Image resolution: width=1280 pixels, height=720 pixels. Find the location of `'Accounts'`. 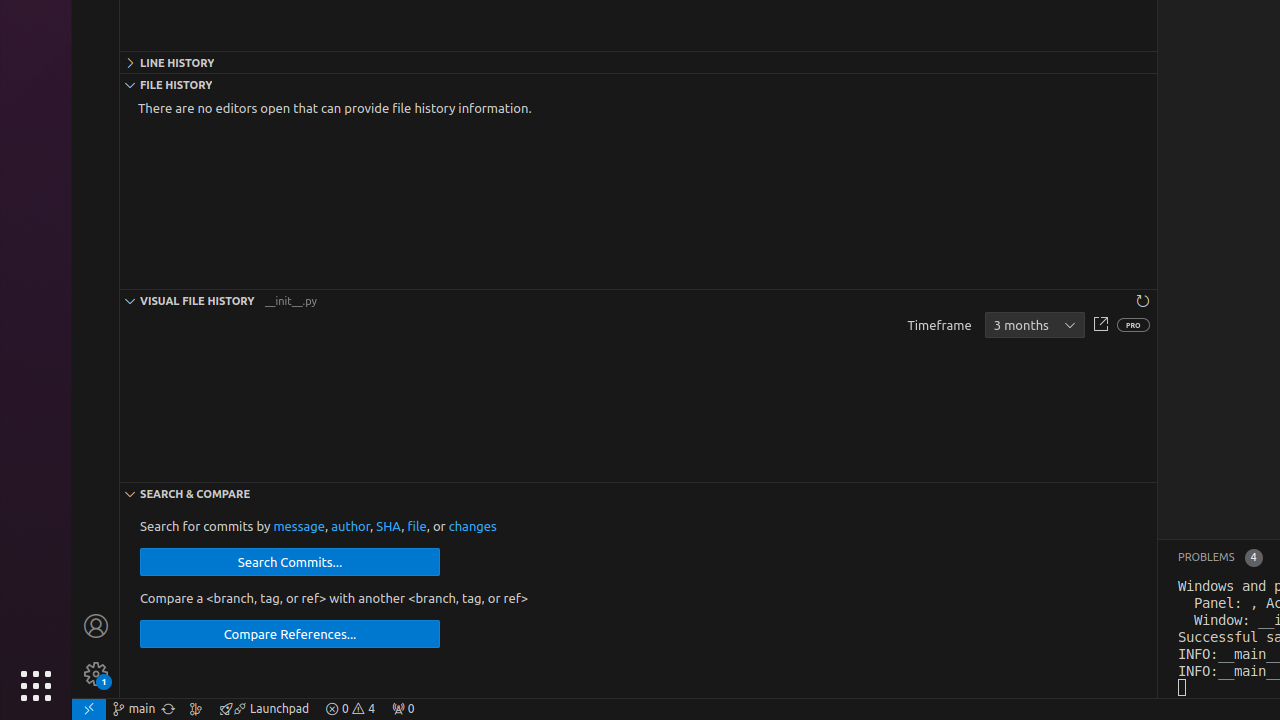

'Accounts' is located at coordinates (95, 624).